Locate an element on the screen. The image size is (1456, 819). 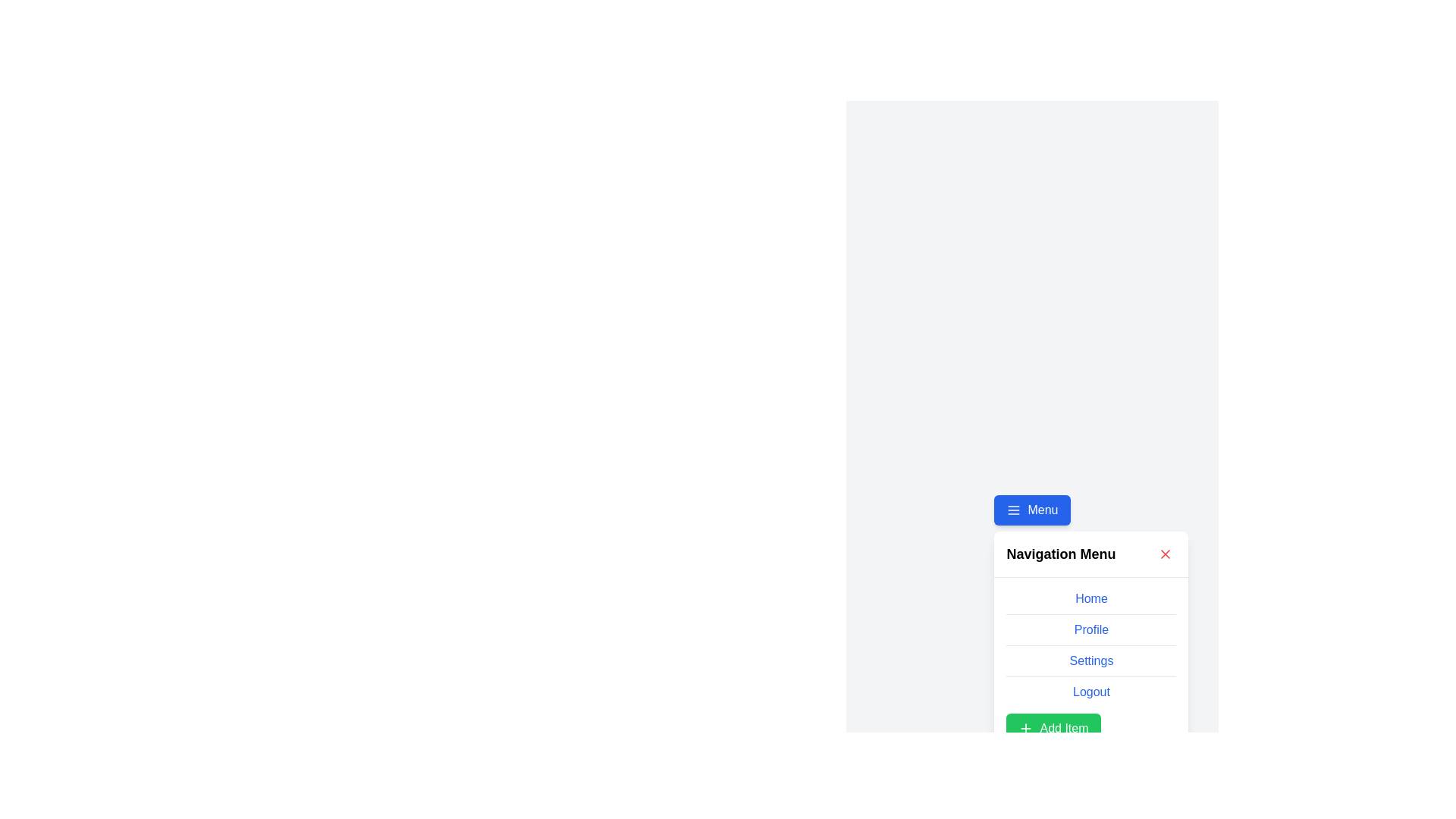
the visual icon located within the blue rectangular button labeled 'Menu' to interact with the menu button is located at coordinates (1014, 510).